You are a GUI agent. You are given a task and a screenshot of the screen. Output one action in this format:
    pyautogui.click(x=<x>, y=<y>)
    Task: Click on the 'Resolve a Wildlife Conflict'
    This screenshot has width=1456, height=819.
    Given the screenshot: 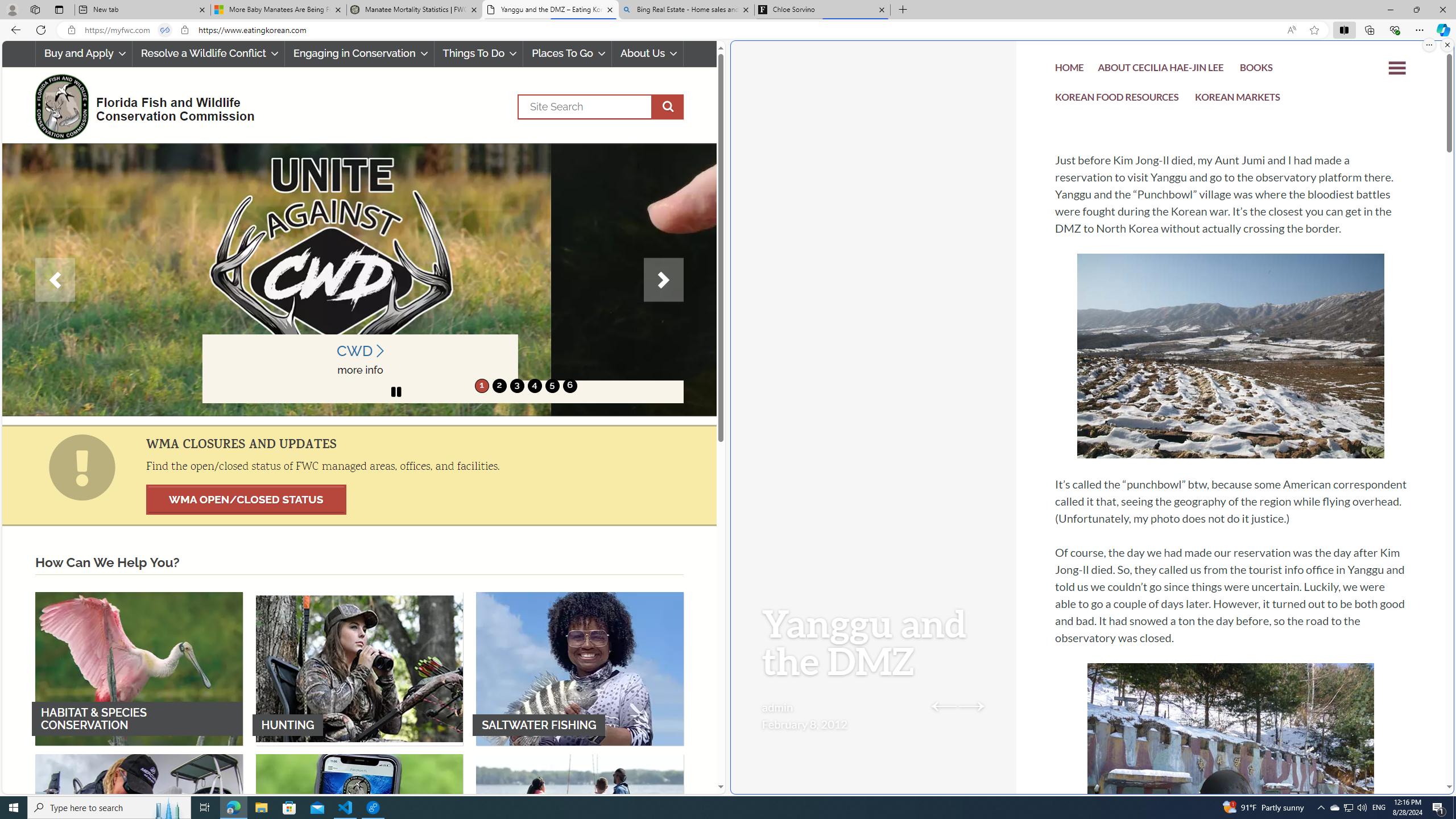 What is the action you would take?
    pyautogui.click(x=208, y=53)
    